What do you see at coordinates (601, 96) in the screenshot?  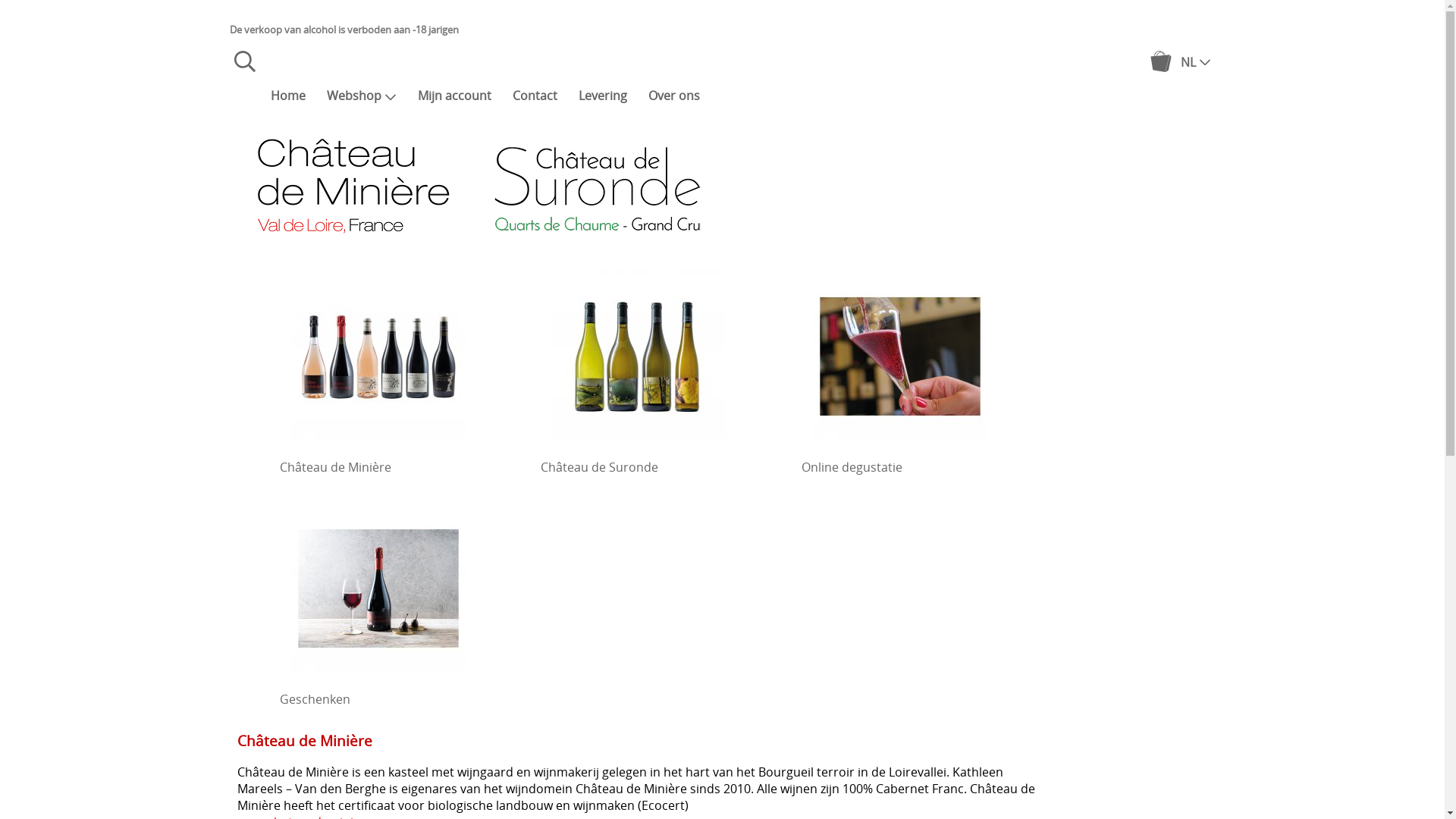 I see `'Levering'` at bounding box center [601, 96].